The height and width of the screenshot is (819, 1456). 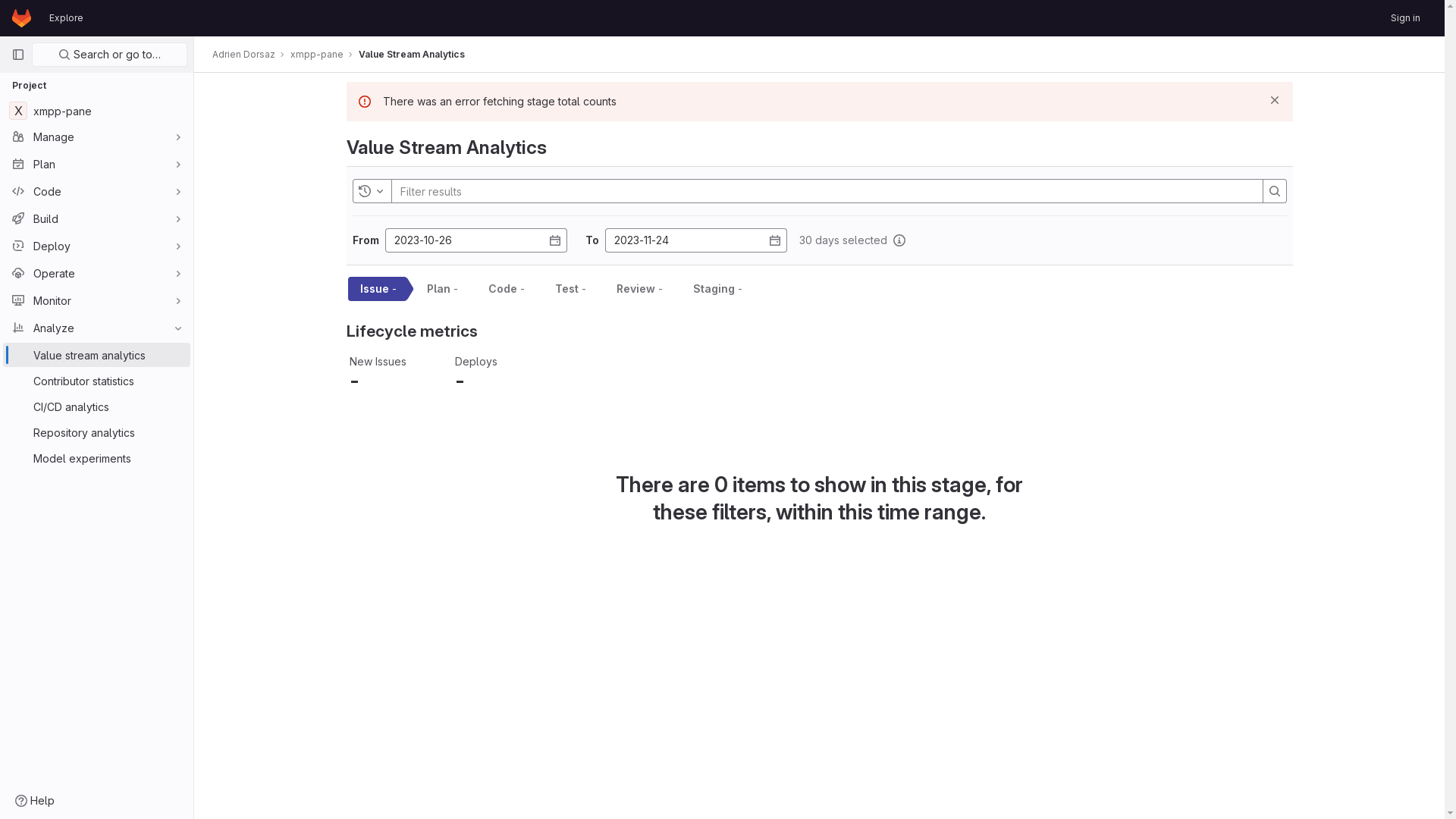 What do you see at coordinates (3, 300) in the screenshot?
I see `'Monitor'` at bounding box center [3, 300].